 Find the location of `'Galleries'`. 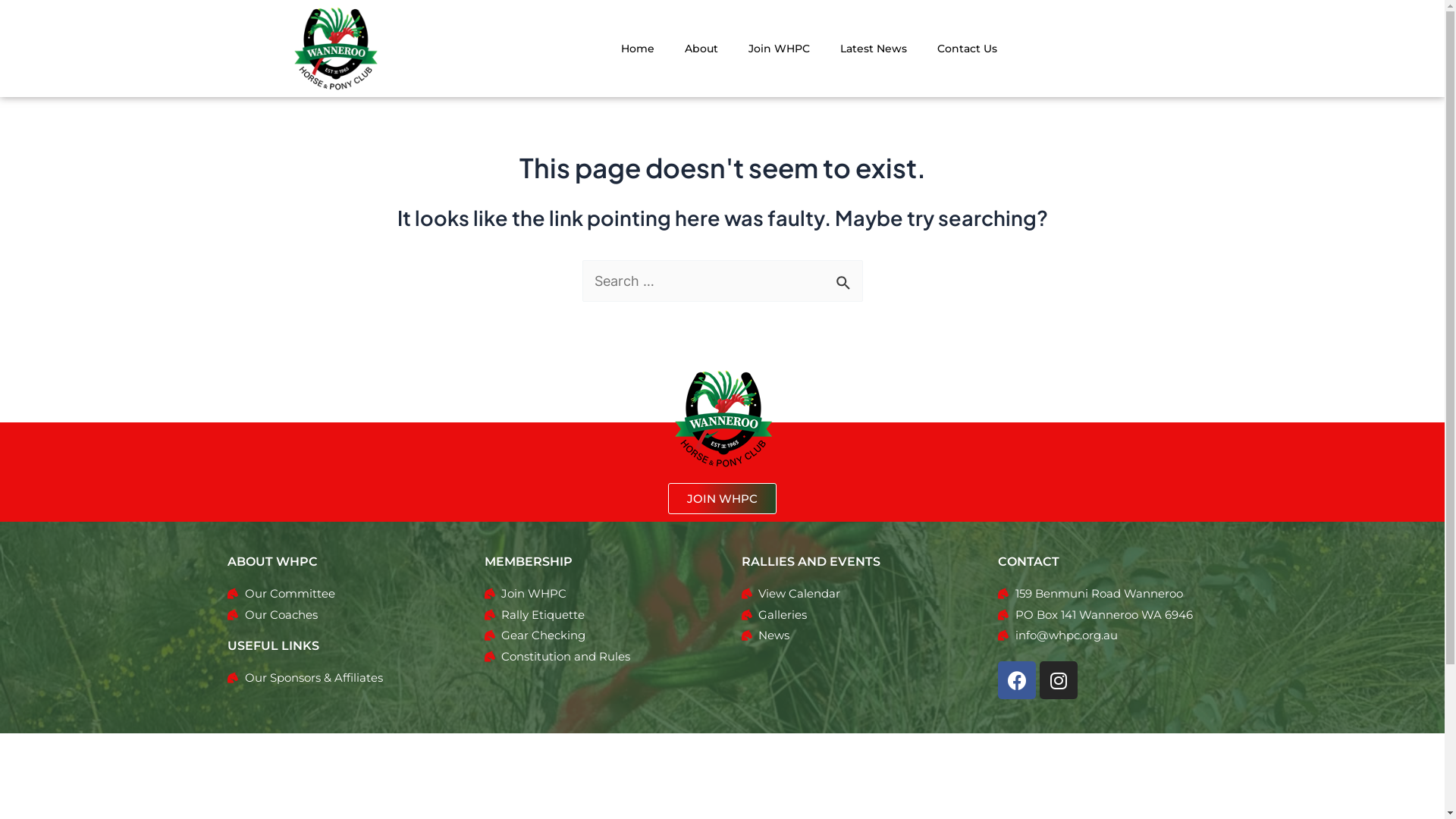

'Galleries' is located at coordinates (851, 614).